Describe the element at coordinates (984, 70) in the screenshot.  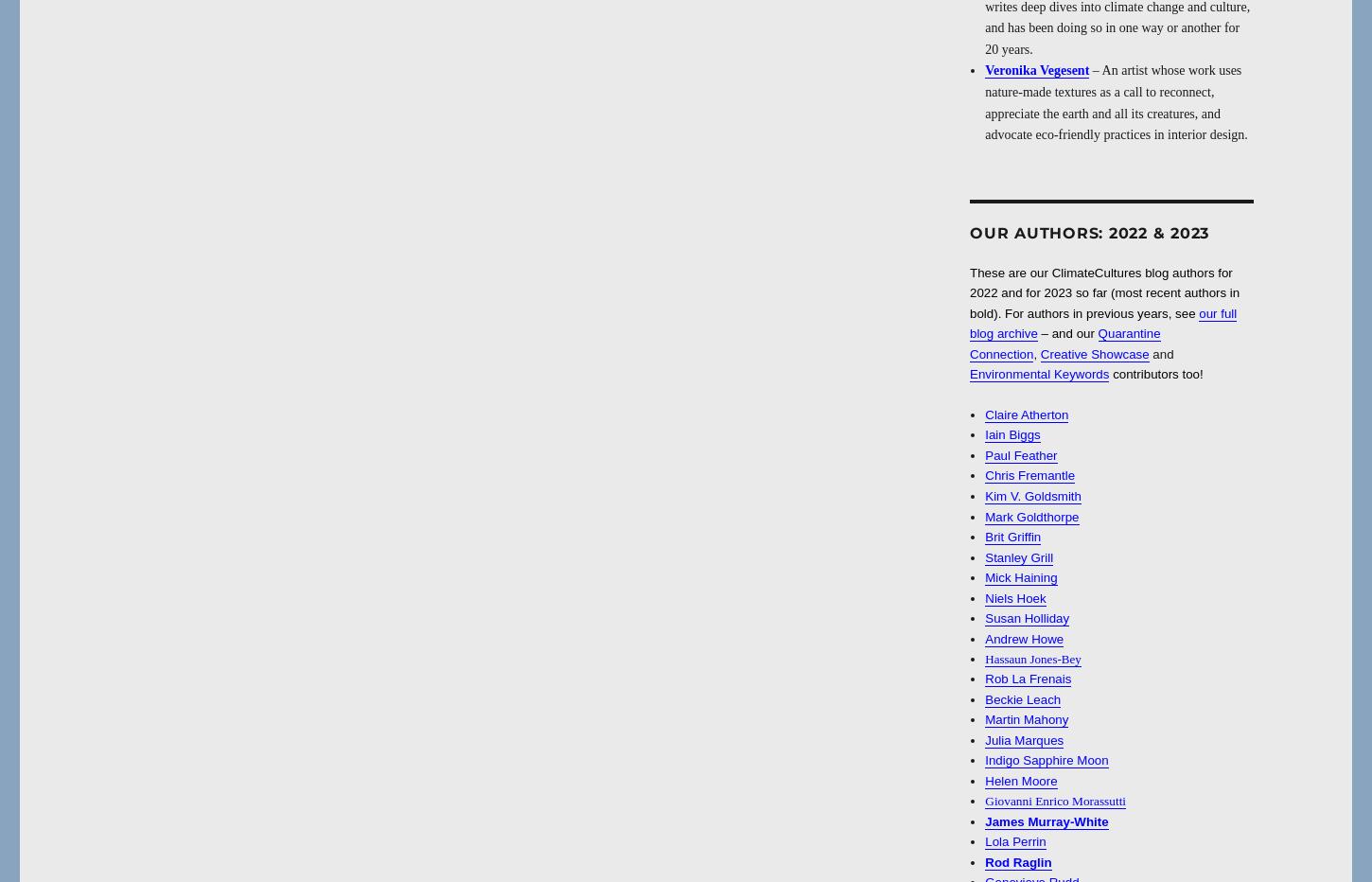
I see `'Veronika Vegesent'` at that location.